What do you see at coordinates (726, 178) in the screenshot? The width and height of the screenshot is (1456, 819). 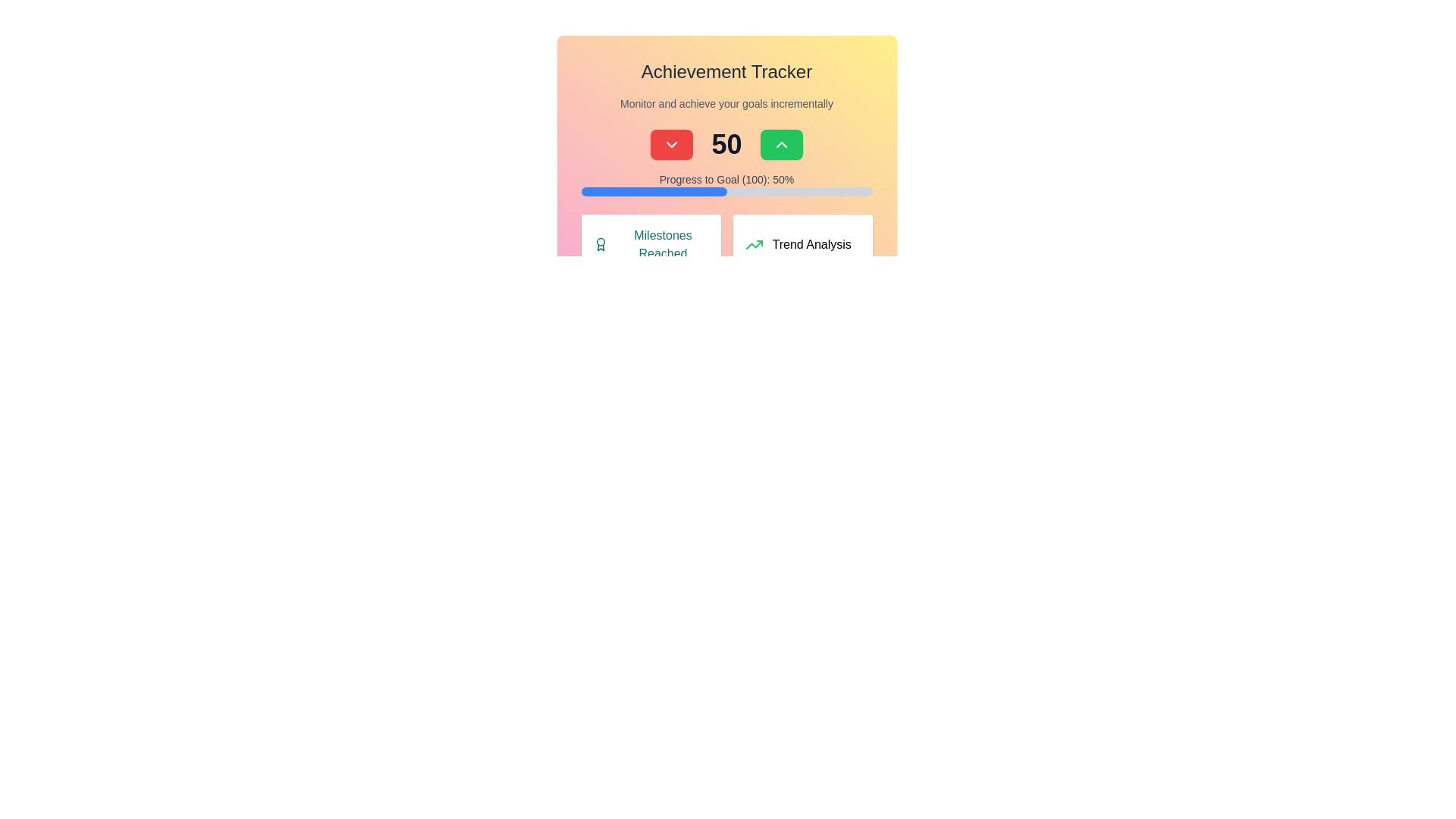 I see `the Text Label displaying the user's current progress towards a predefined goal, located just beneath the large numeric display and positioned above the progress bar` at bounding box center [726, 178].